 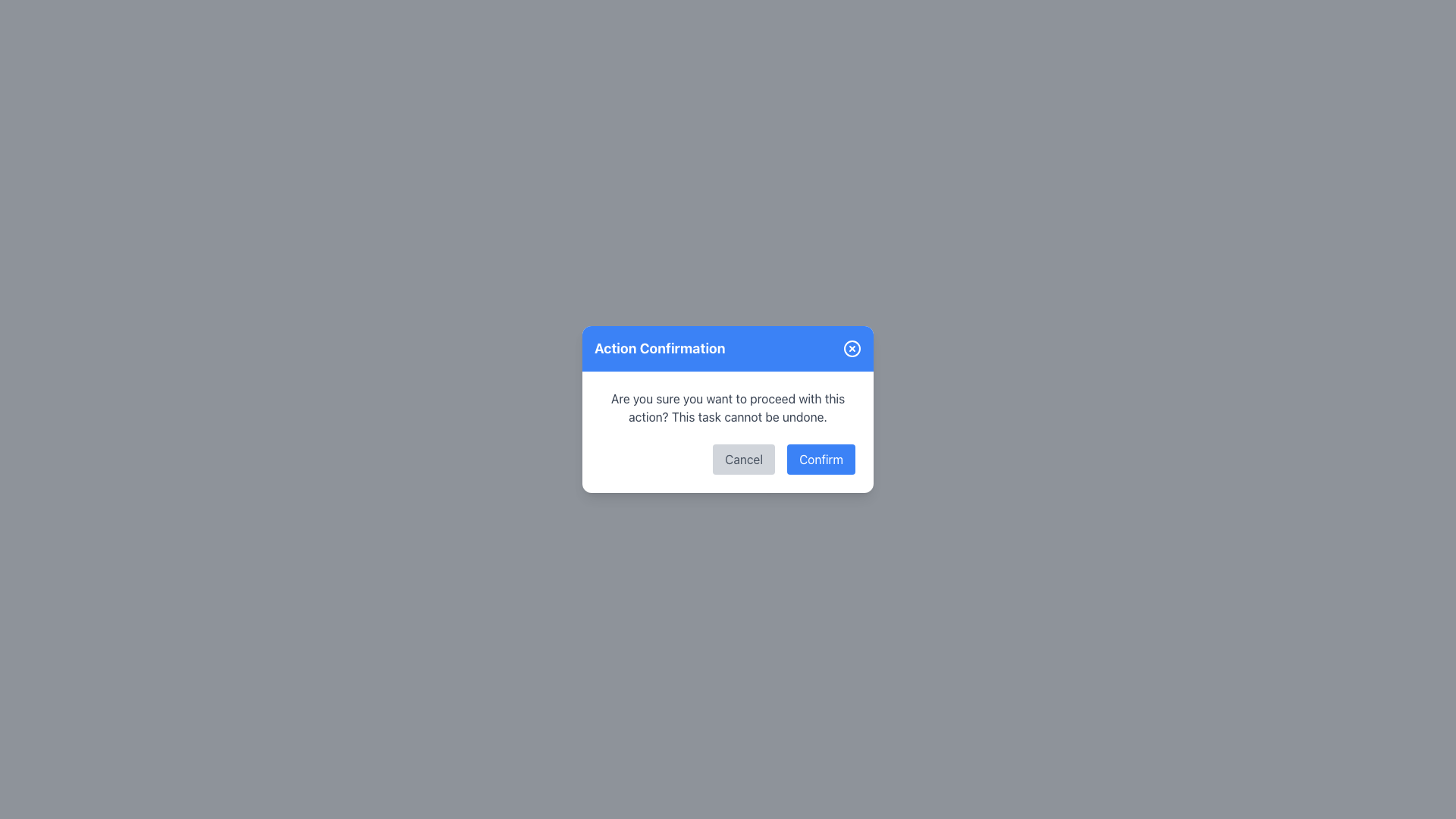 I want to click on confirmation message that states 'Are you sure you want to proceed with this action? This task cannot be undone.' located centrally in the dialog box below the title 'Action Confirmation', so click(x=728, y=406).